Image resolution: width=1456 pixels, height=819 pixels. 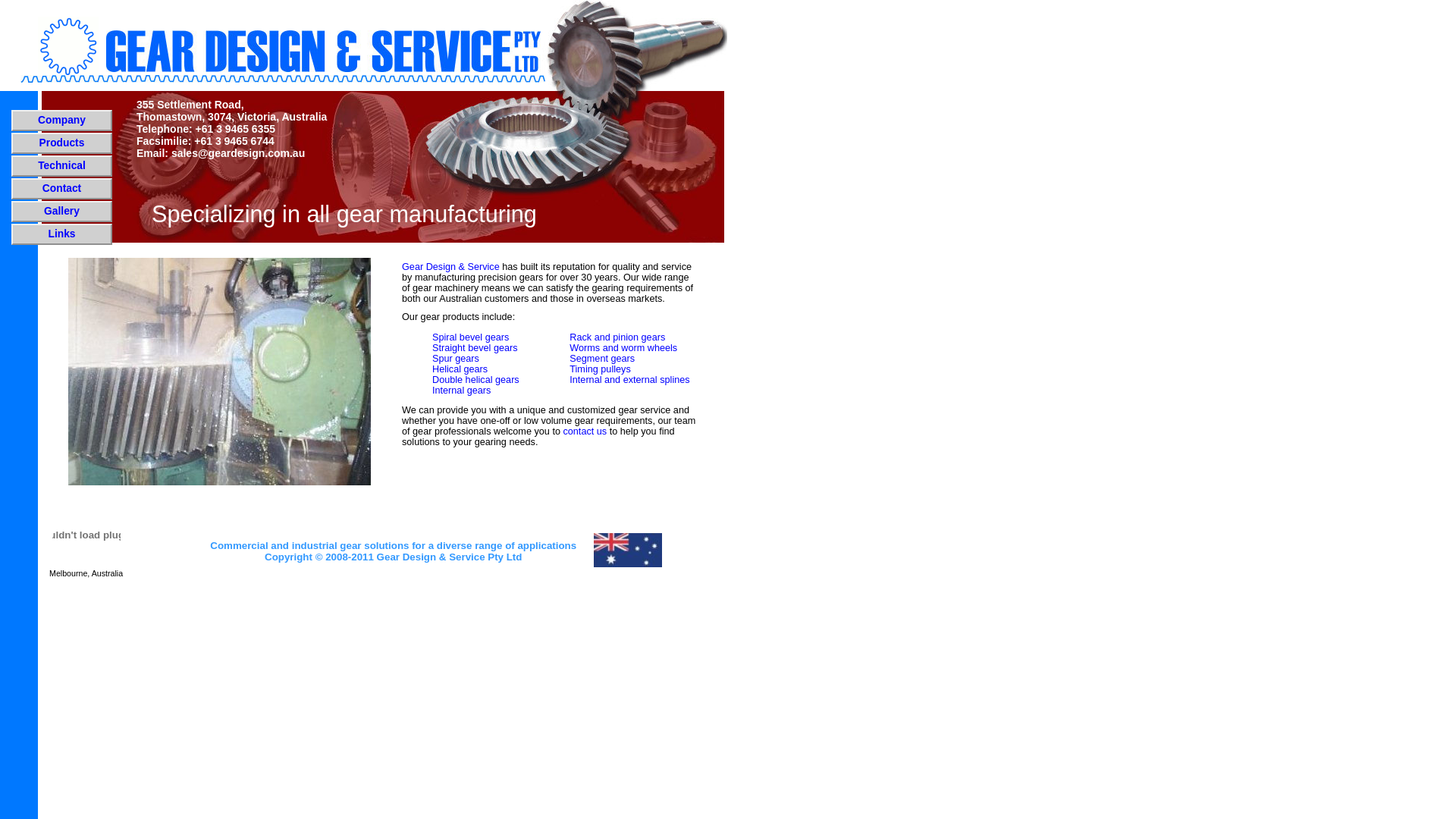 What do you see at coordinates (475, 379) in the screenshot?
I see `'Double helical gears'` at bounding box center [475, 379].